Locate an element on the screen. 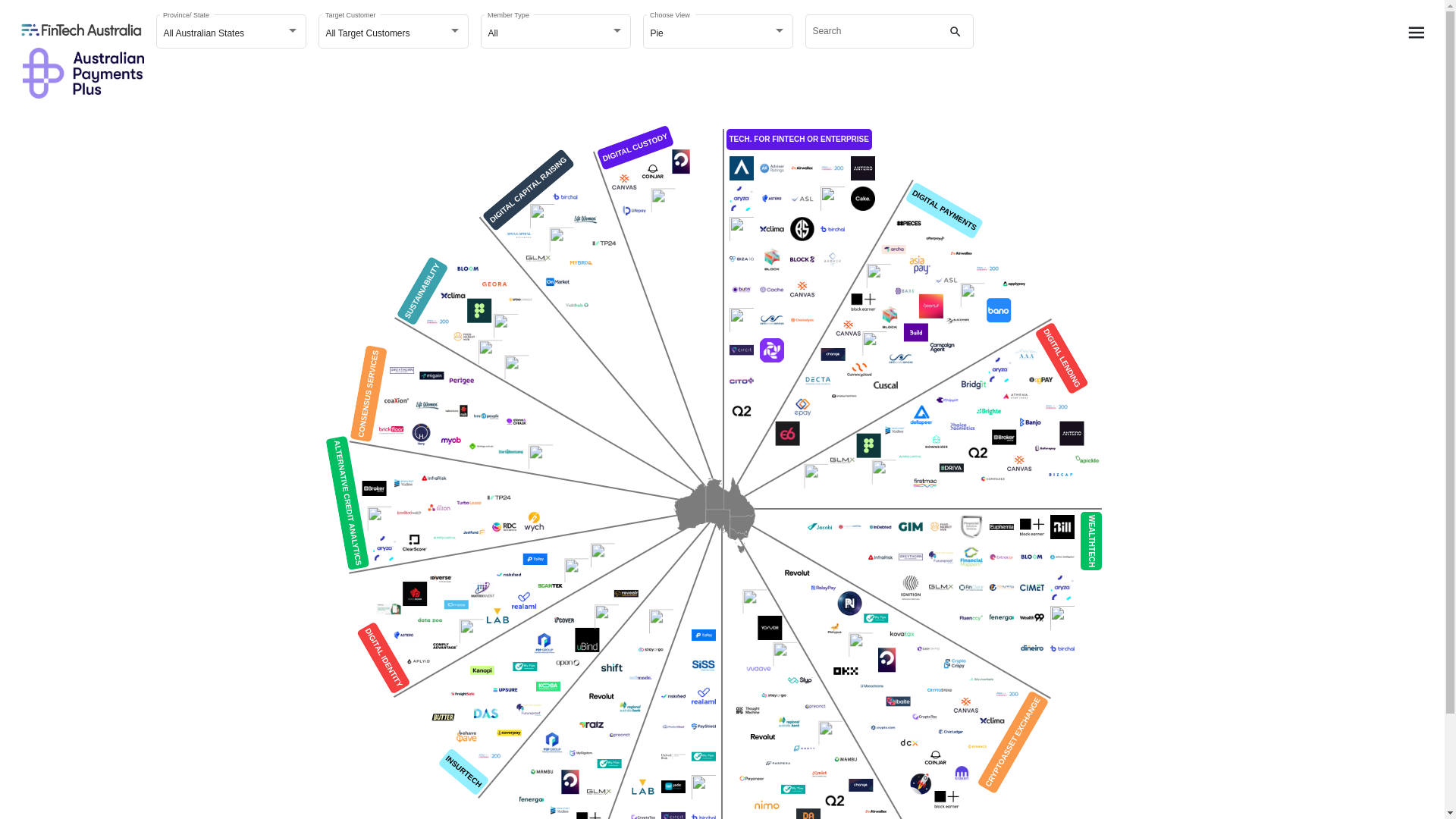  'Geora Pty Limited' is located at coordinates (494, 284).